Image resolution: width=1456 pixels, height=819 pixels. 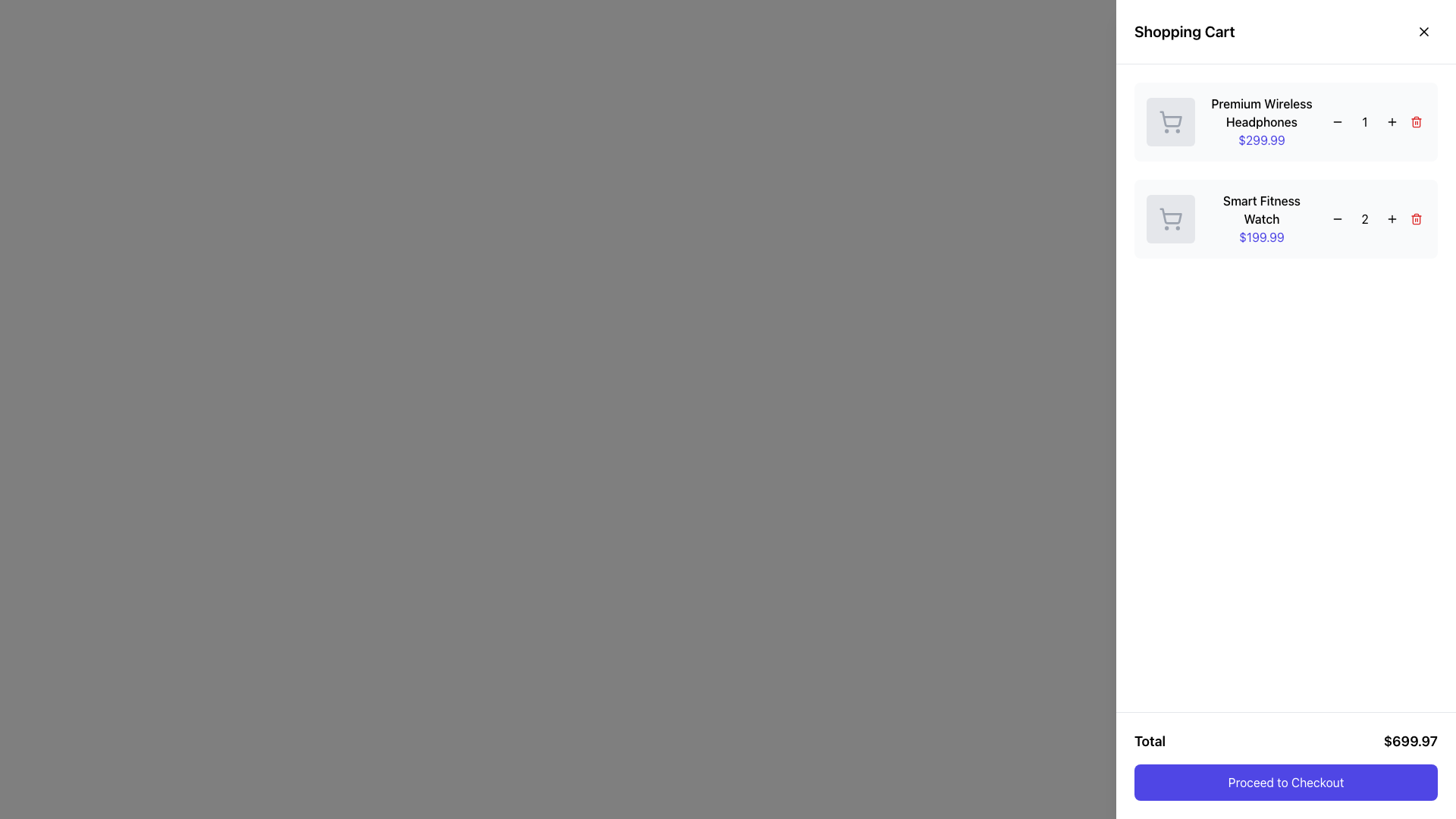 I want to click on the static text displaying the number '1' in the quantity changer for the 'Premium Wireless Headphones', located between the decrement ('-') and increment ('+') buttons, so click(x=1365, y=121).